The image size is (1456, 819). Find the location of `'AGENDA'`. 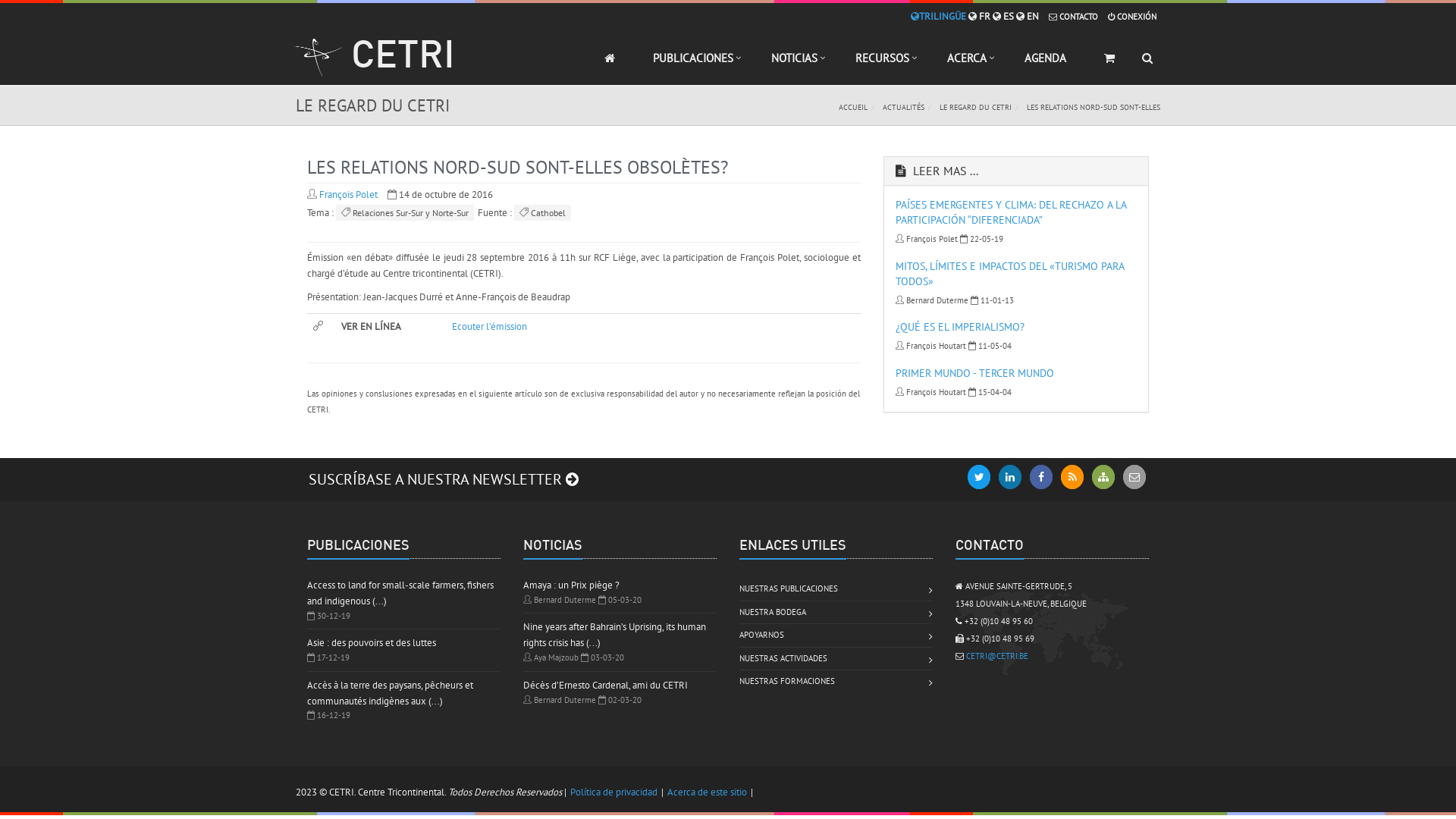

'AGENDA' is located at coordinates (1005, 64).